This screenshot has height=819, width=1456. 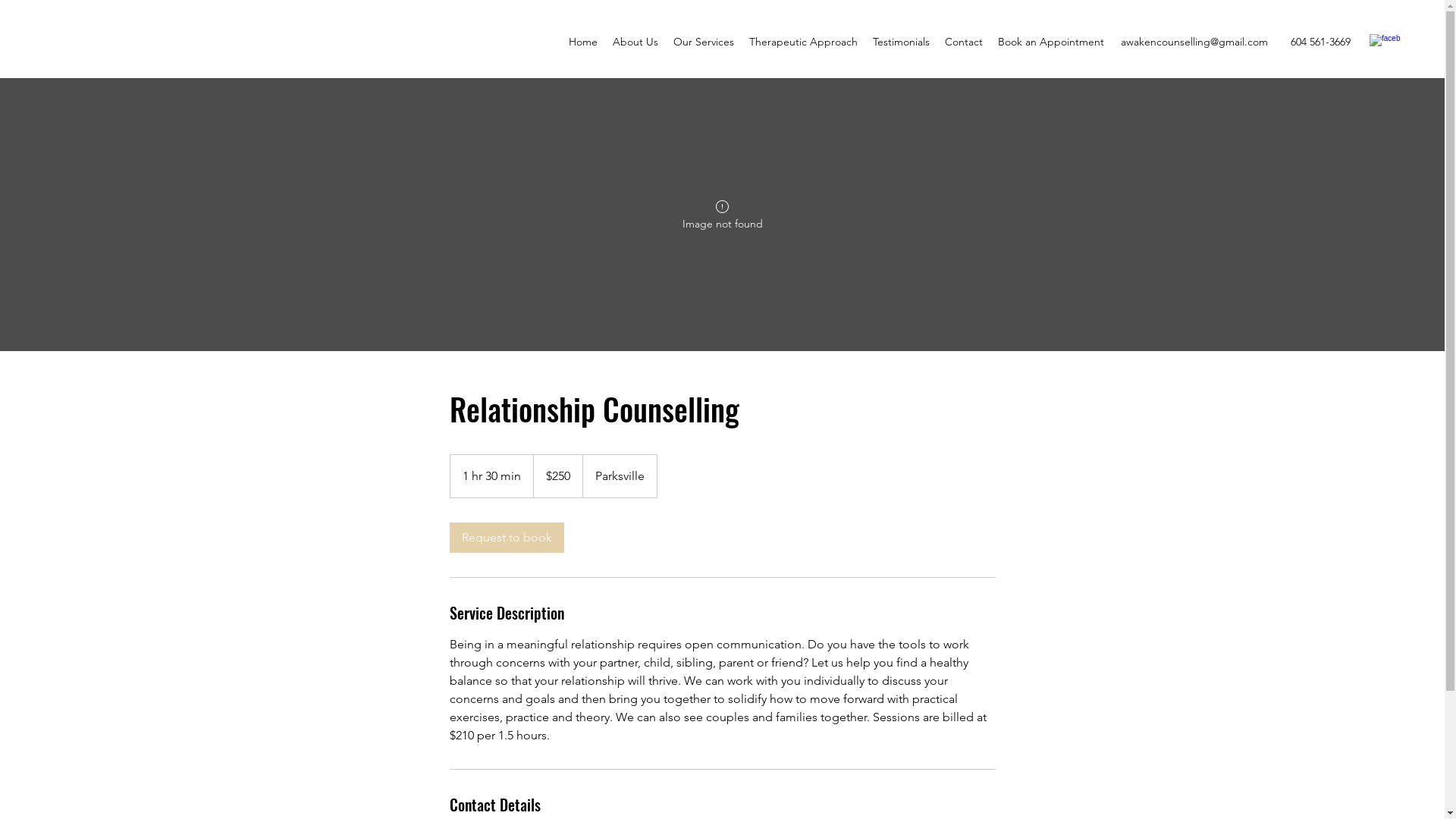 What do you see at coordinates (1050, 40) in the screenshot?
I see `'Book an Appointment'` at bounding box center [1050, 40].